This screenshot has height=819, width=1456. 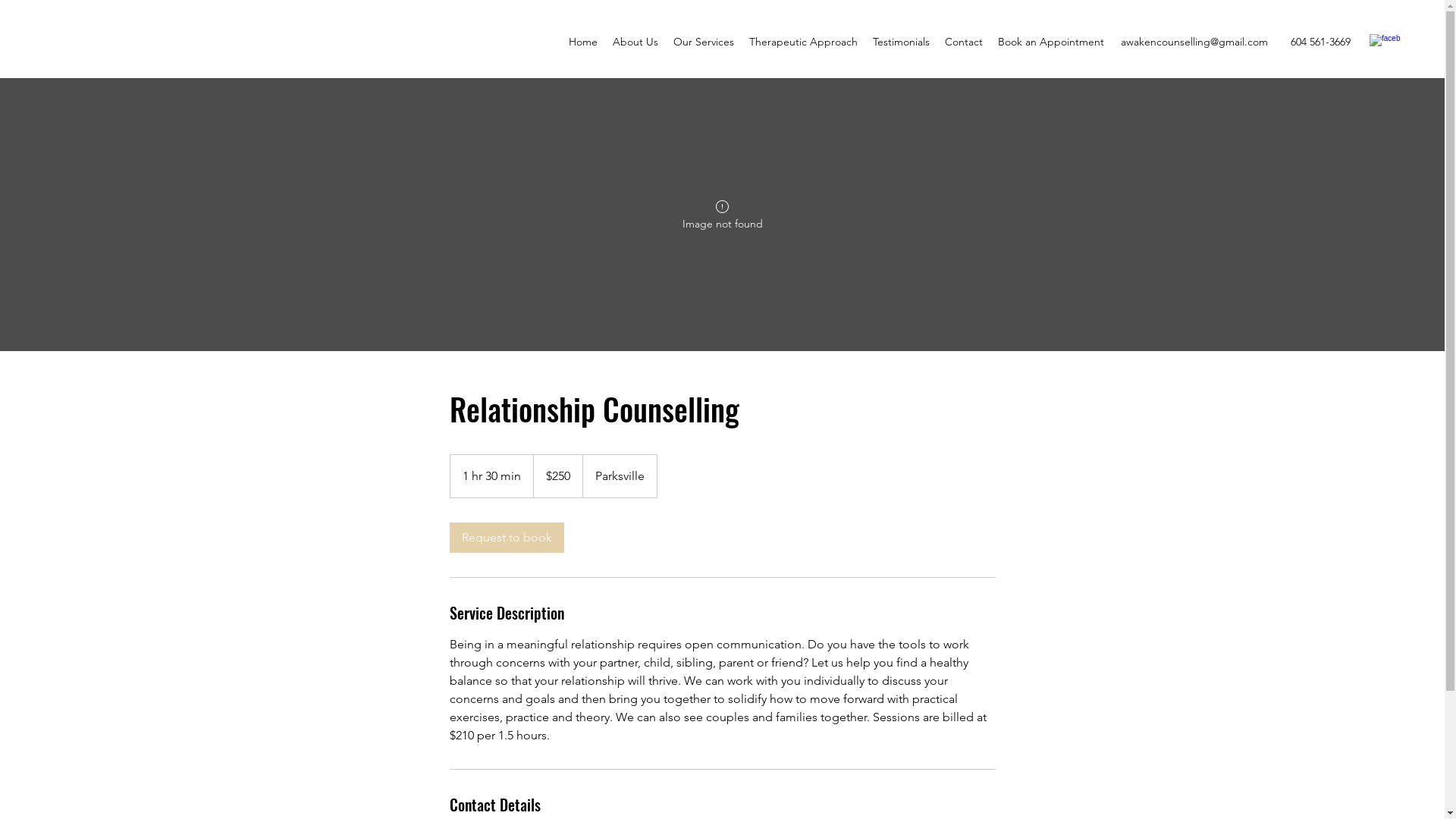 What do you see at coordinates (1050, 40) in the screenshot?
I see `'Book an Appointment'` at bounding box center [1050, 40].